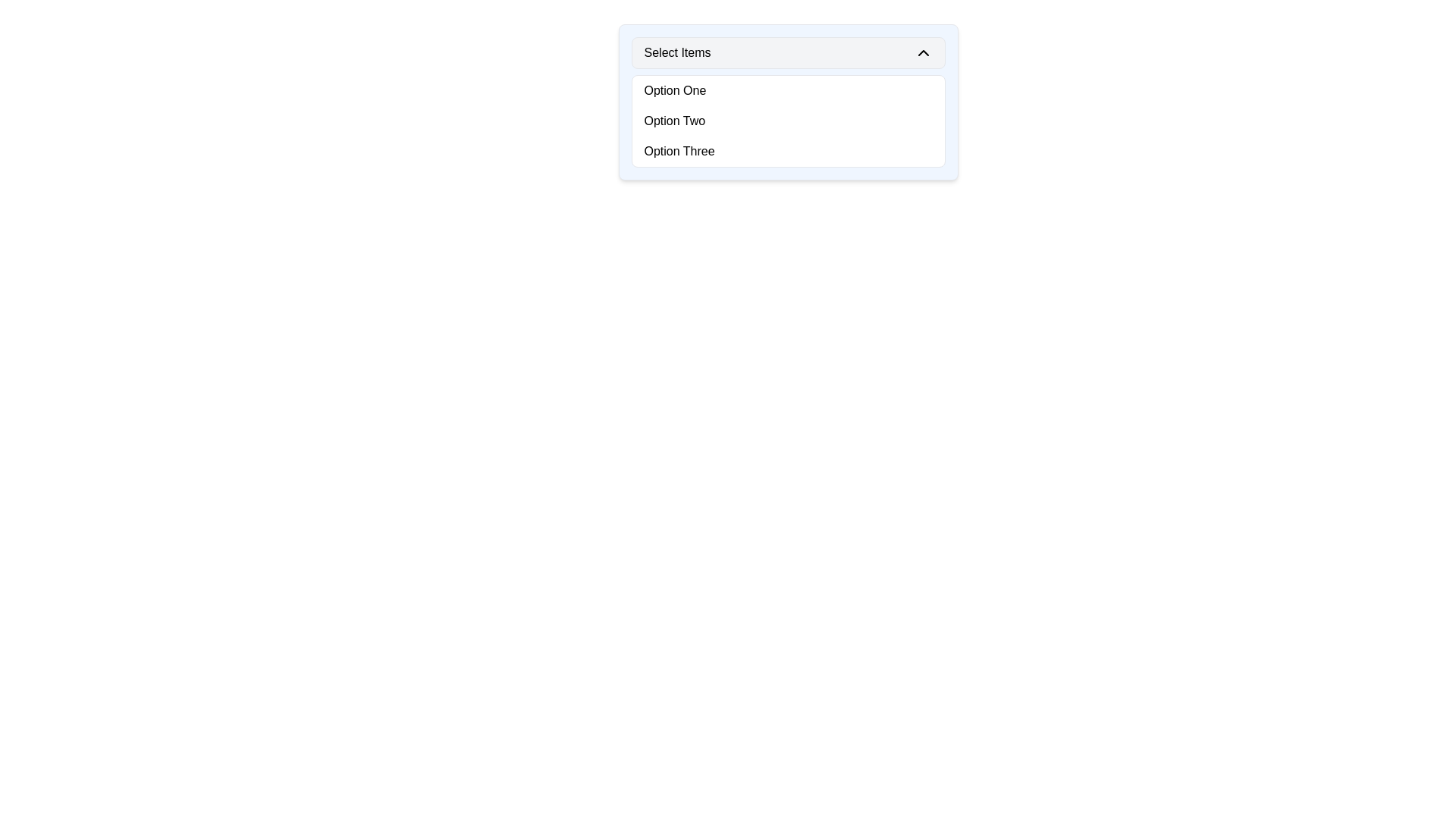  What do you see at coordinates (788, 90) in the screenshot?
I see `the first list item labeled 'Option One' in the dropdown menu` at bounding box center [788, 90].